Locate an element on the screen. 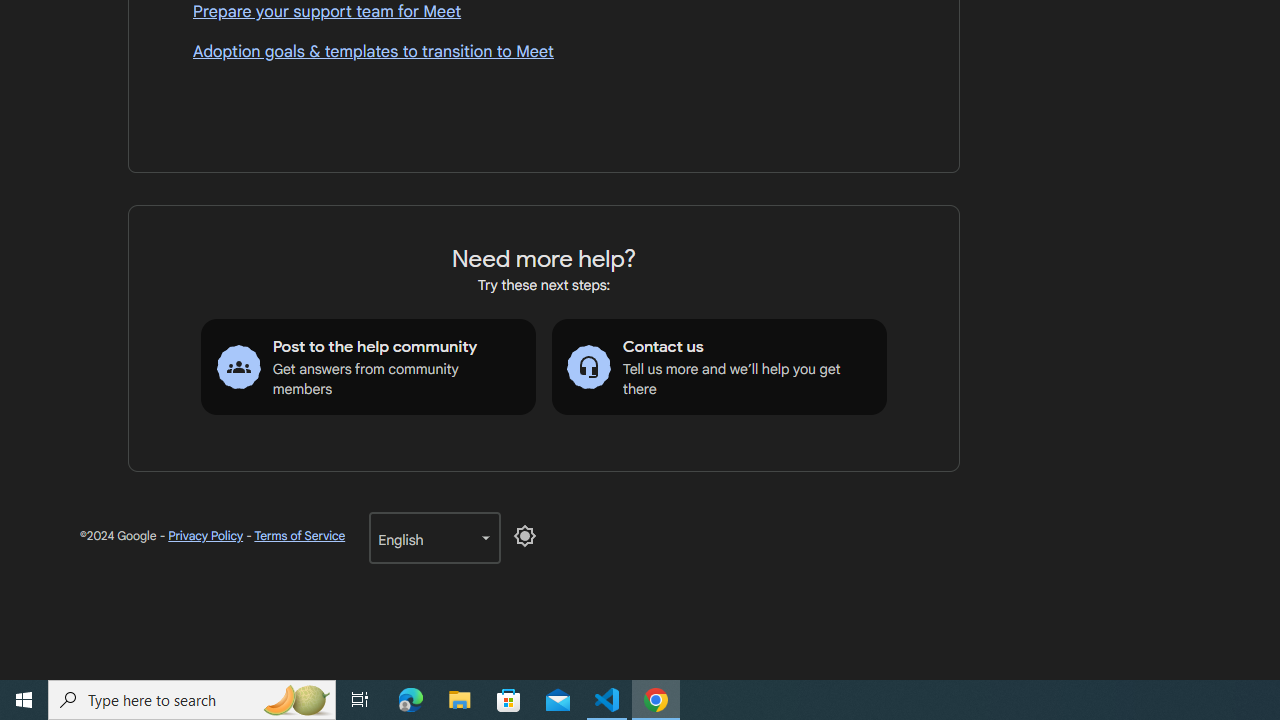 This screenshot has width=1280, height=720. 'Disable Dark Mode' is located at coordinates (525, 535).